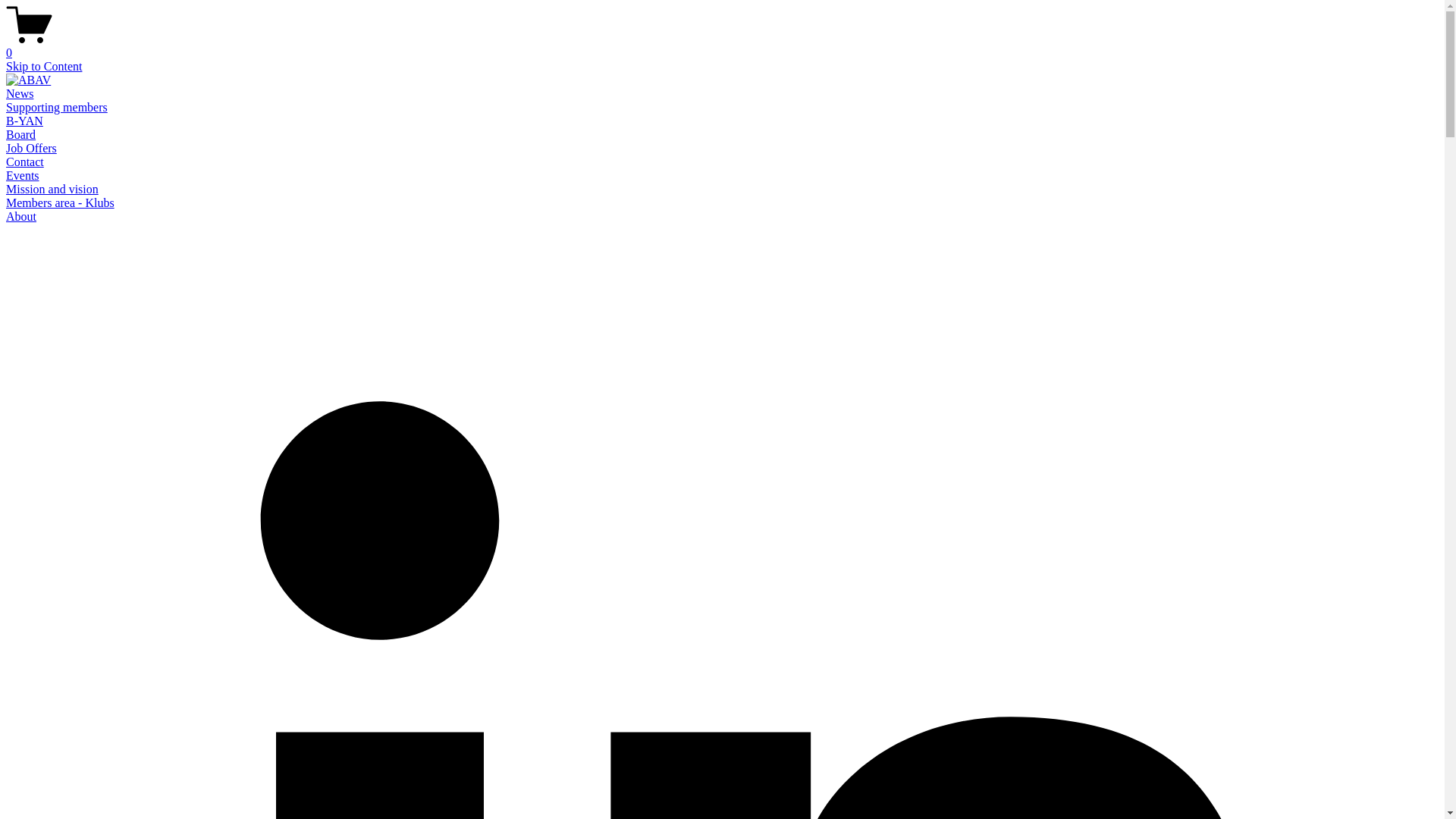 The height and width of the screenshot is (819, 1456). Describe the element at coordinates (22, 174) in the screenshot. I see `'Events'` at that location.